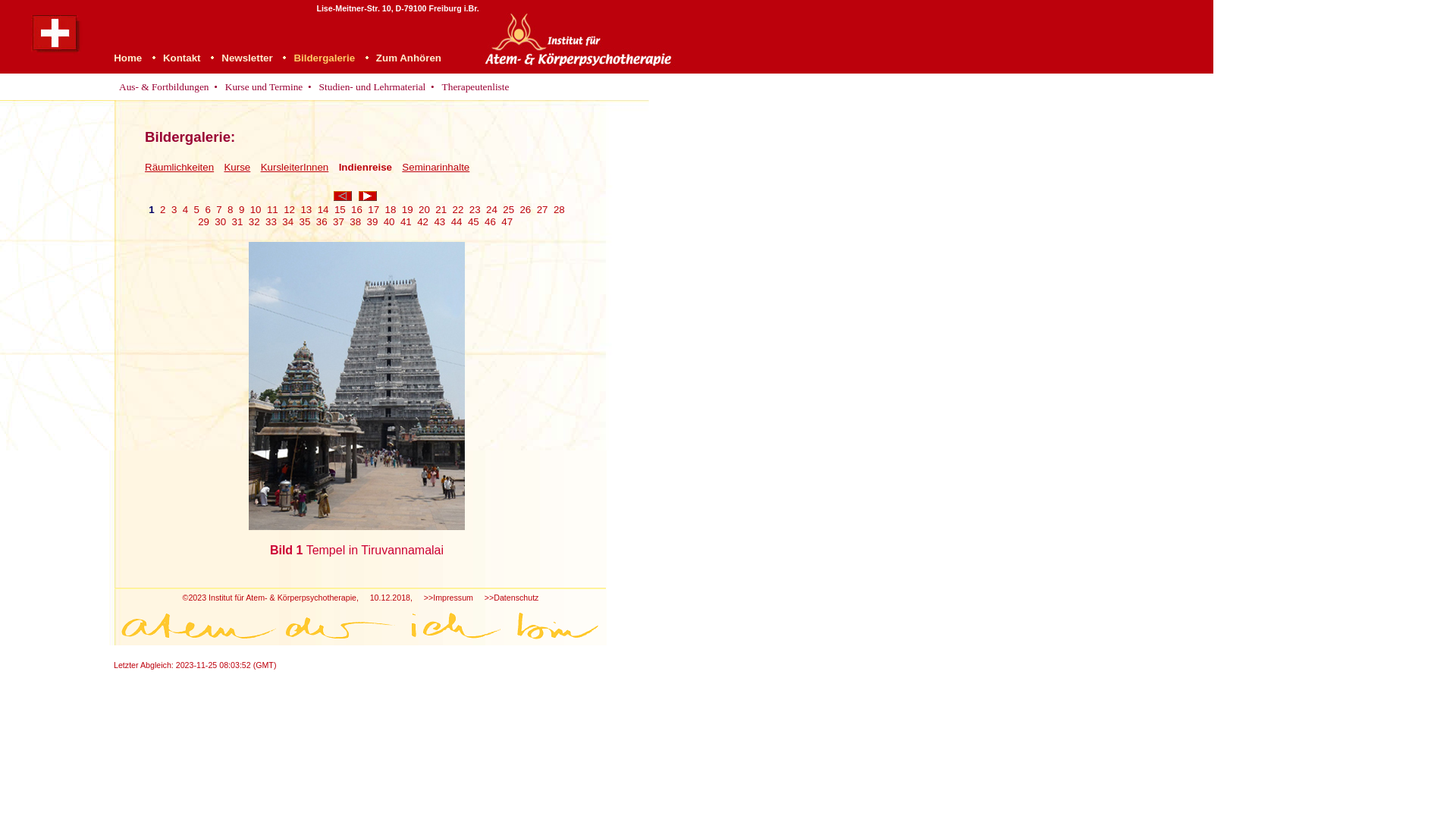  I want to click on '27', so click(542, 209).